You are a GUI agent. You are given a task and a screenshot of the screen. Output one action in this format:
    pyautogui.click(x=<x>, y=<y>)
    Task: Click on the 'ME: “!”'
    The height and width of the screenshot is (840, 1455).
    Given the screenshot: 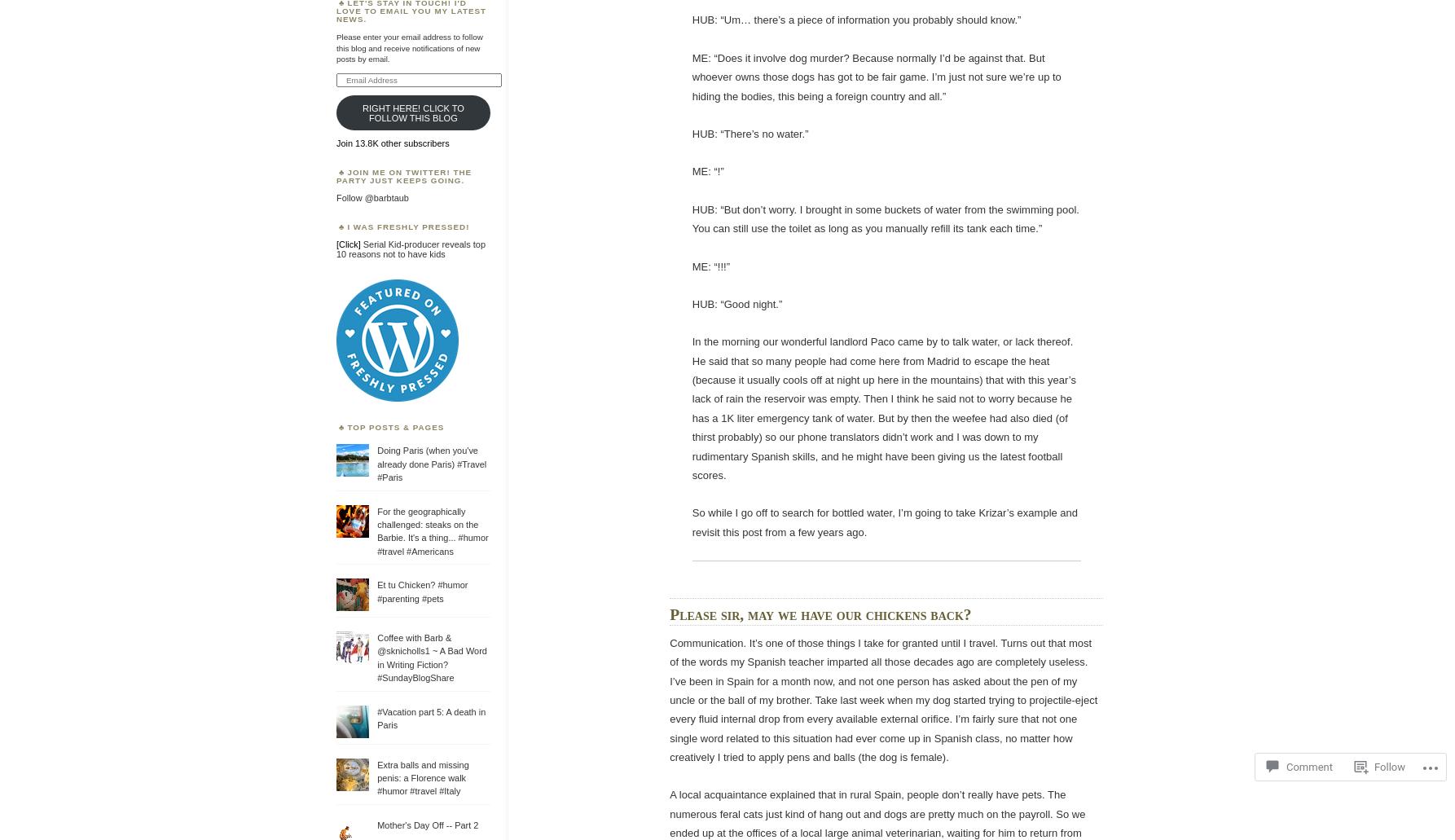 What is the action you would take?
    pyautogui.click(x=706, y=171)
    